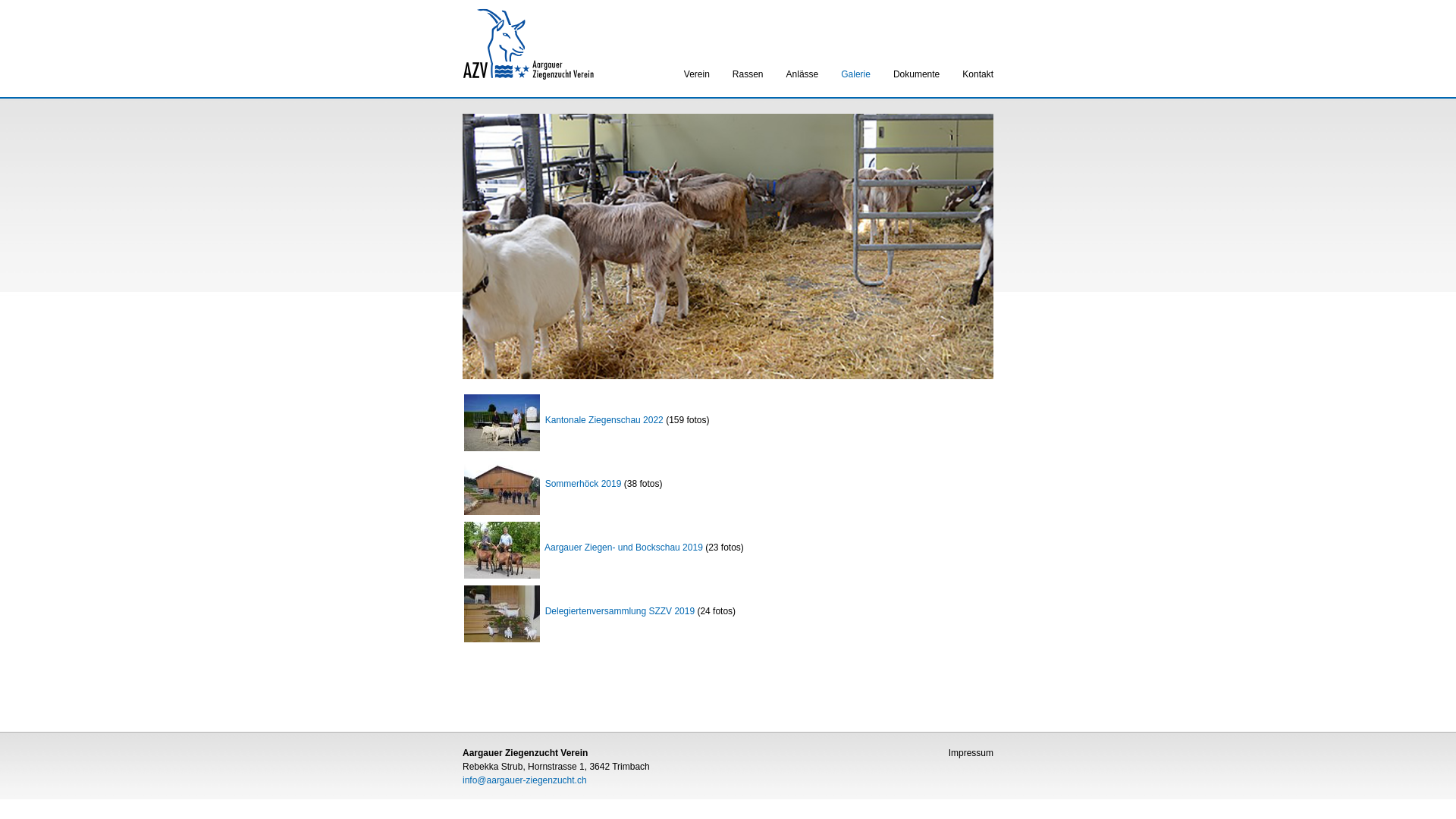  I want to click on '  Kantonale Ziegenschau 2022', so click(563, 419).